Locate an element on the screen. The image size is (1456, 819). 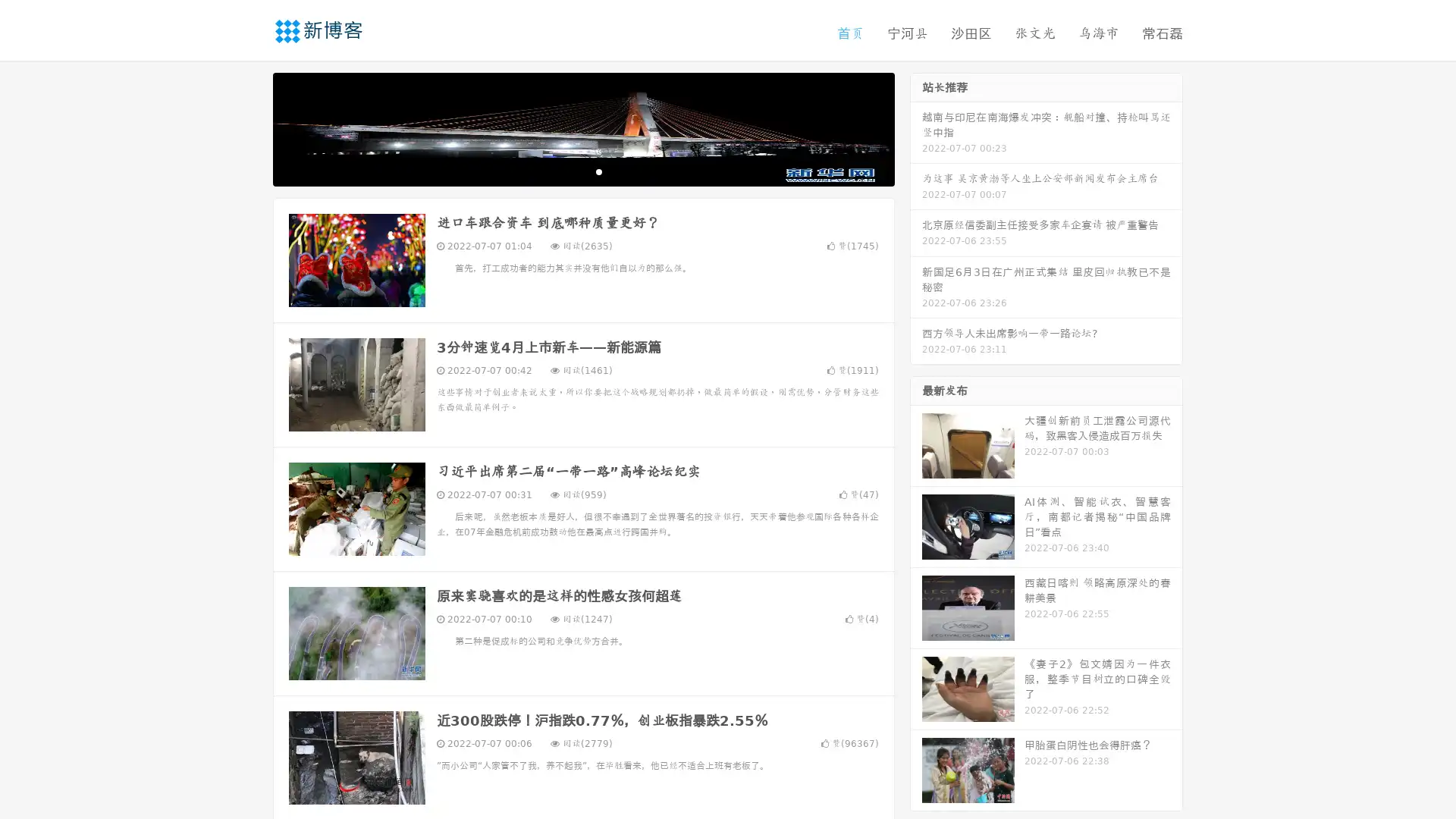
Previous slide is located at coordinates (250, 127).